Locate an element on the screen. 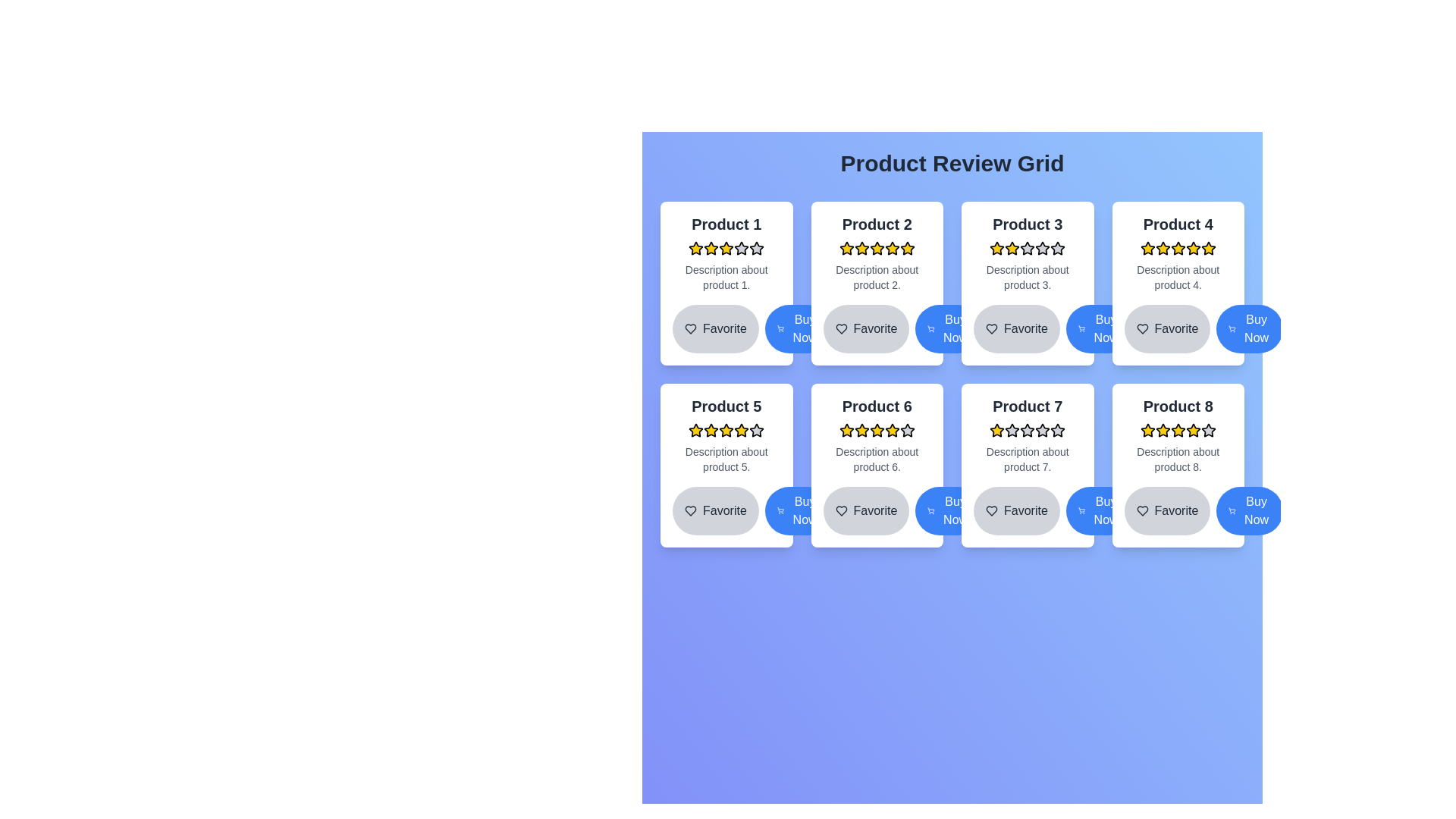 The height and width of the screenshot is (819, 1456). the Rating display component consisting of five stars, where four stars are yellow and one star is gray, located below 'Product 6' and above the description 'Description about product 6.' is located at coordinates (877, 430).